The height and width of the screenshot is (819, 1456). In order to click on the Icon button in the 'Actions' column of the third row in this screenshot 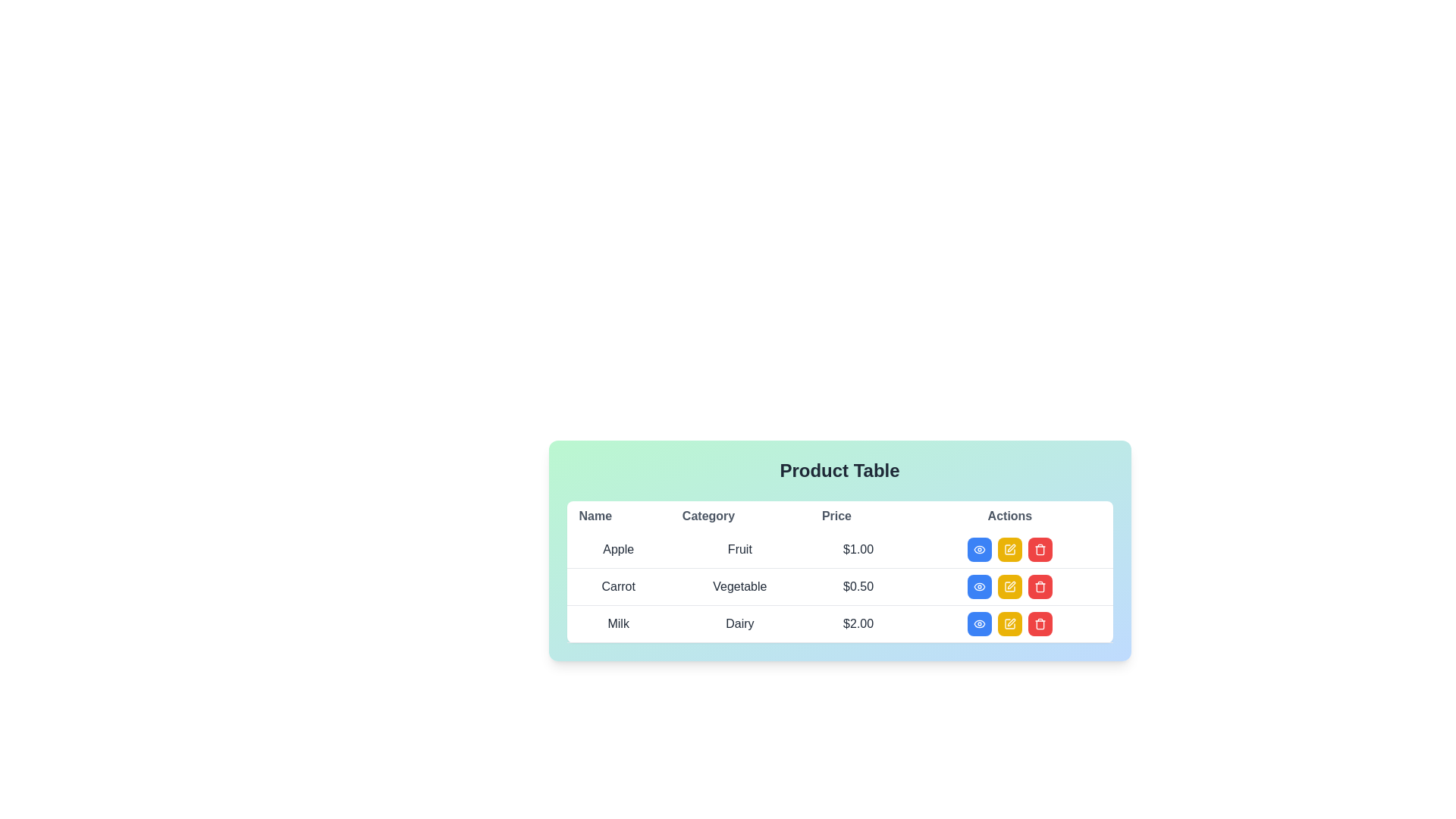, I will do `click(1039, 586)`.